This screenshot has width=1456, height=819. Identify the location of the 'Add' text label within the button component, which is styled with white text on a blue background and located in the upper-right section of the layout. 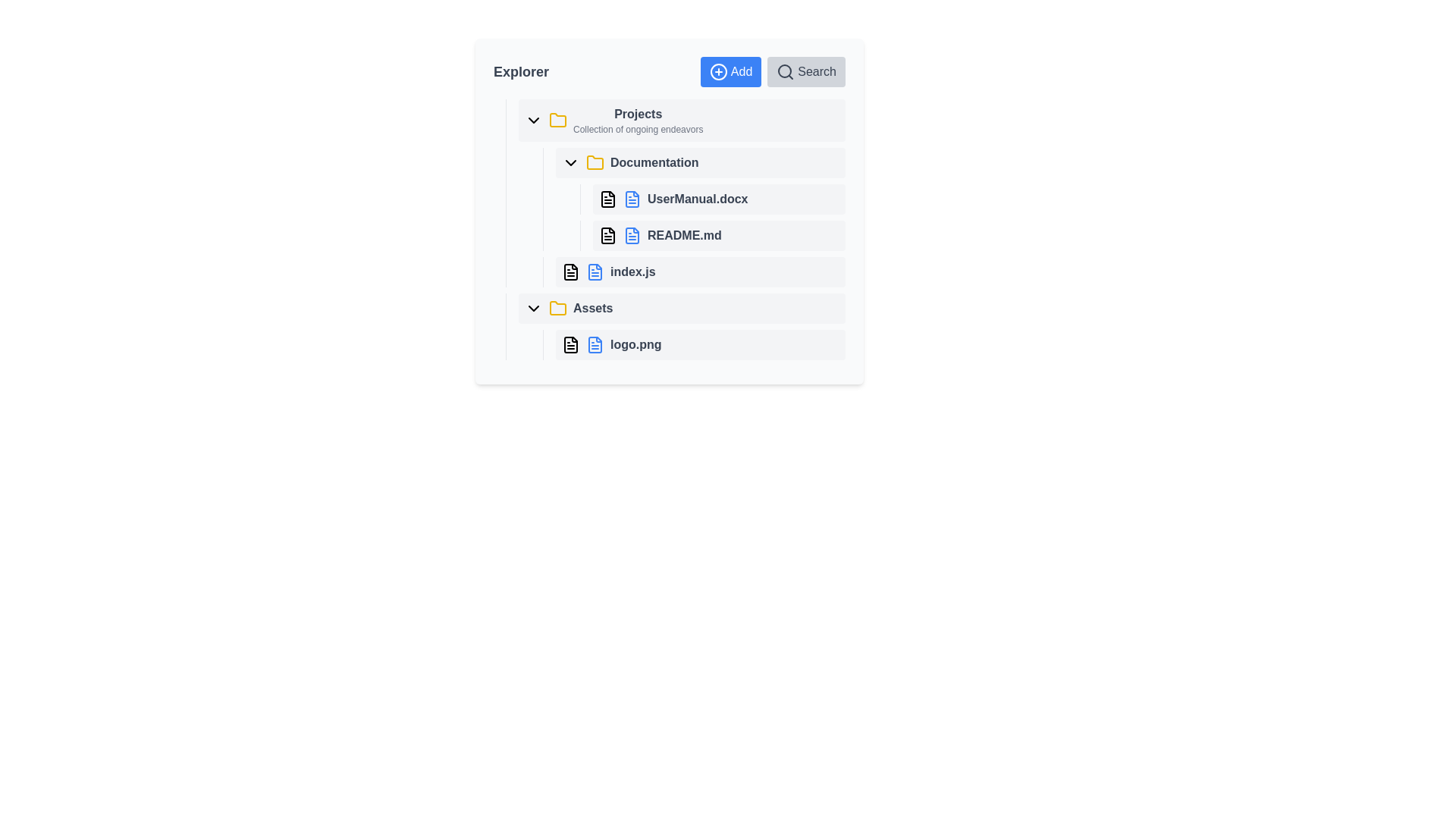
(742, 72).